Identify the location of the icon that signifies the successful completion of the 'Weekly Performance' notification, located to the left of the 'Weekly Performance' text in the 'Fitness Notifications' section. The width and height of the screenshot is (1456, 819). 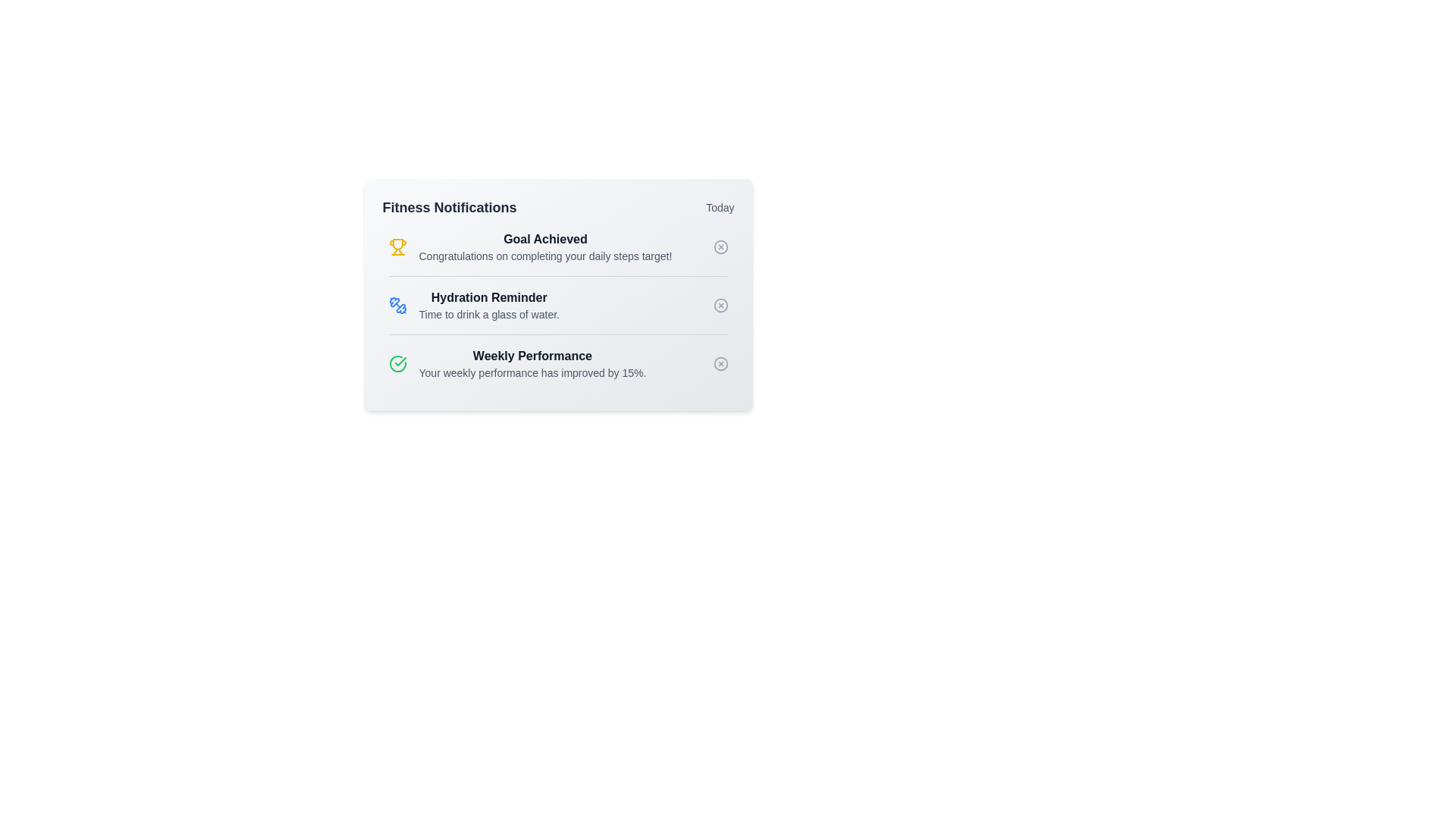
(397, 363).